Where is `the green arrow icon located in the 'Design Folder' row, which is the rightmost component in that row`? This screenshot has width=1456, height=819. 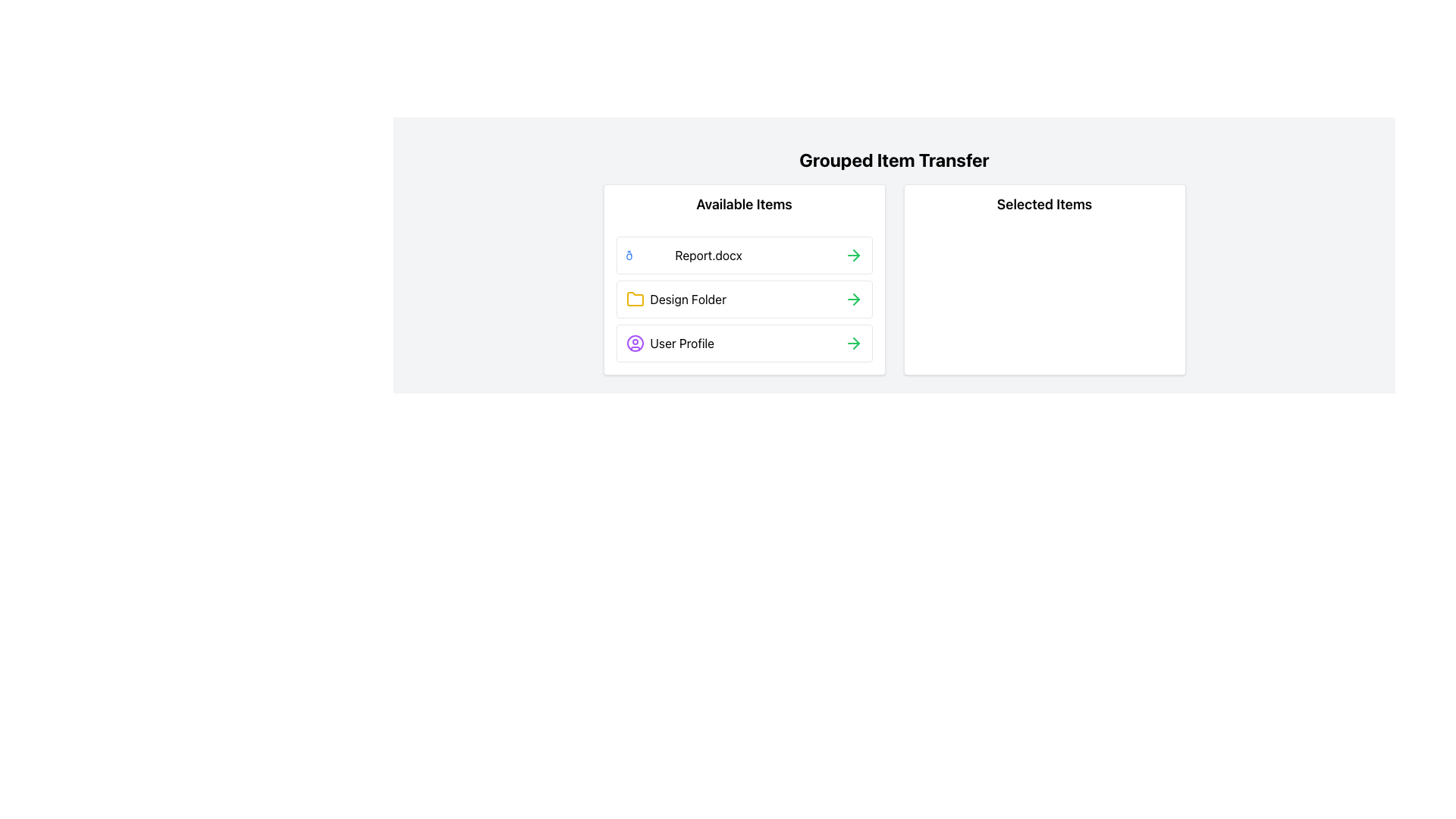
the green arrow icon located in the 'Design Folder' row, which is the rightmost component in that row is located at coordinates (853, 299).